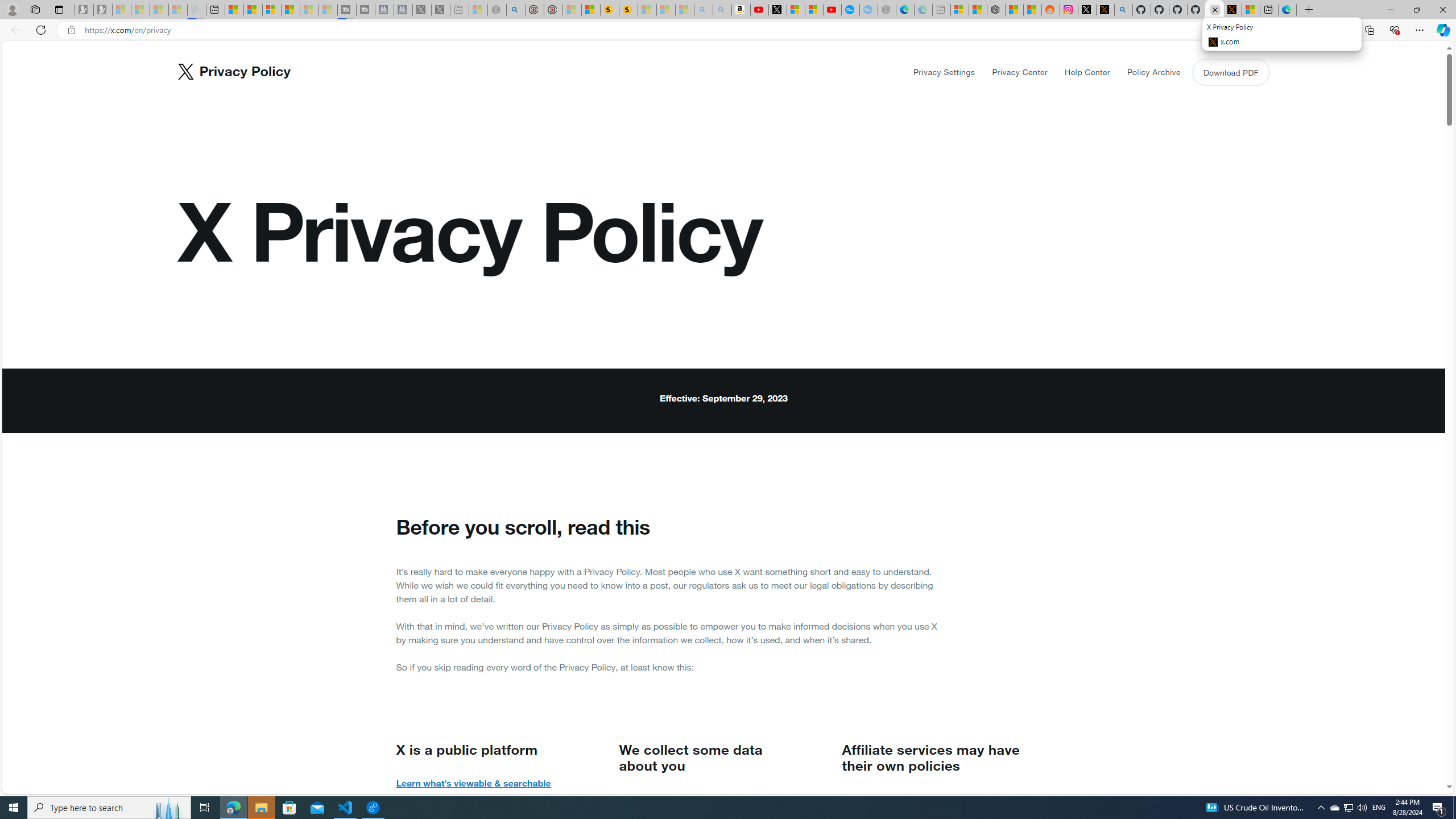 Image resolution: width=1456 pixels, height=819 pixels. What do you see at coordinates (944, 72) in the screenshot?
I see `'Privacy Settings'` at bounding box center [944, 72].